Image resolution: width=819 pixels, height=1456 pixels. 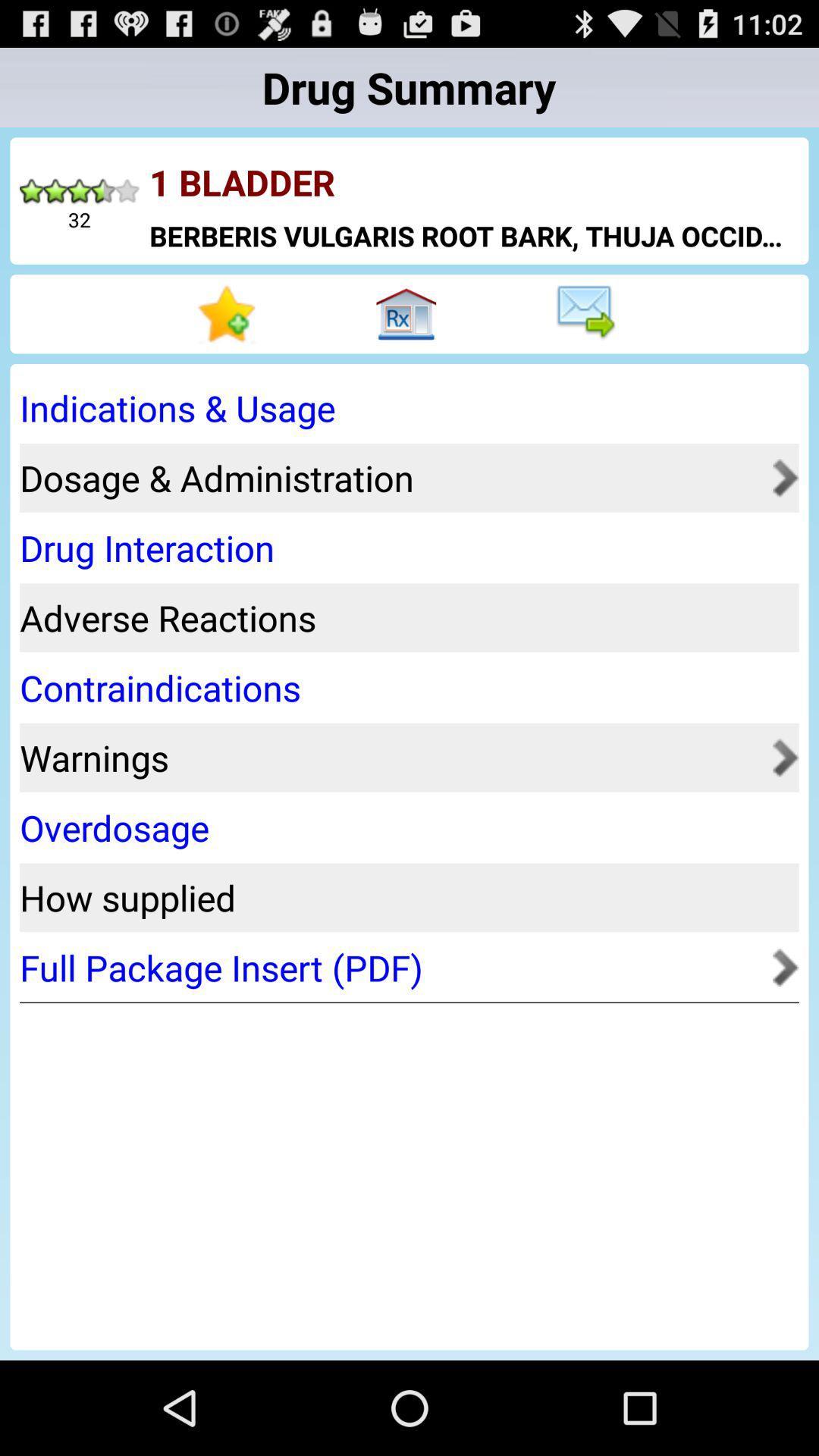 I want to click on contraindications app, so click(x=403, y=687).